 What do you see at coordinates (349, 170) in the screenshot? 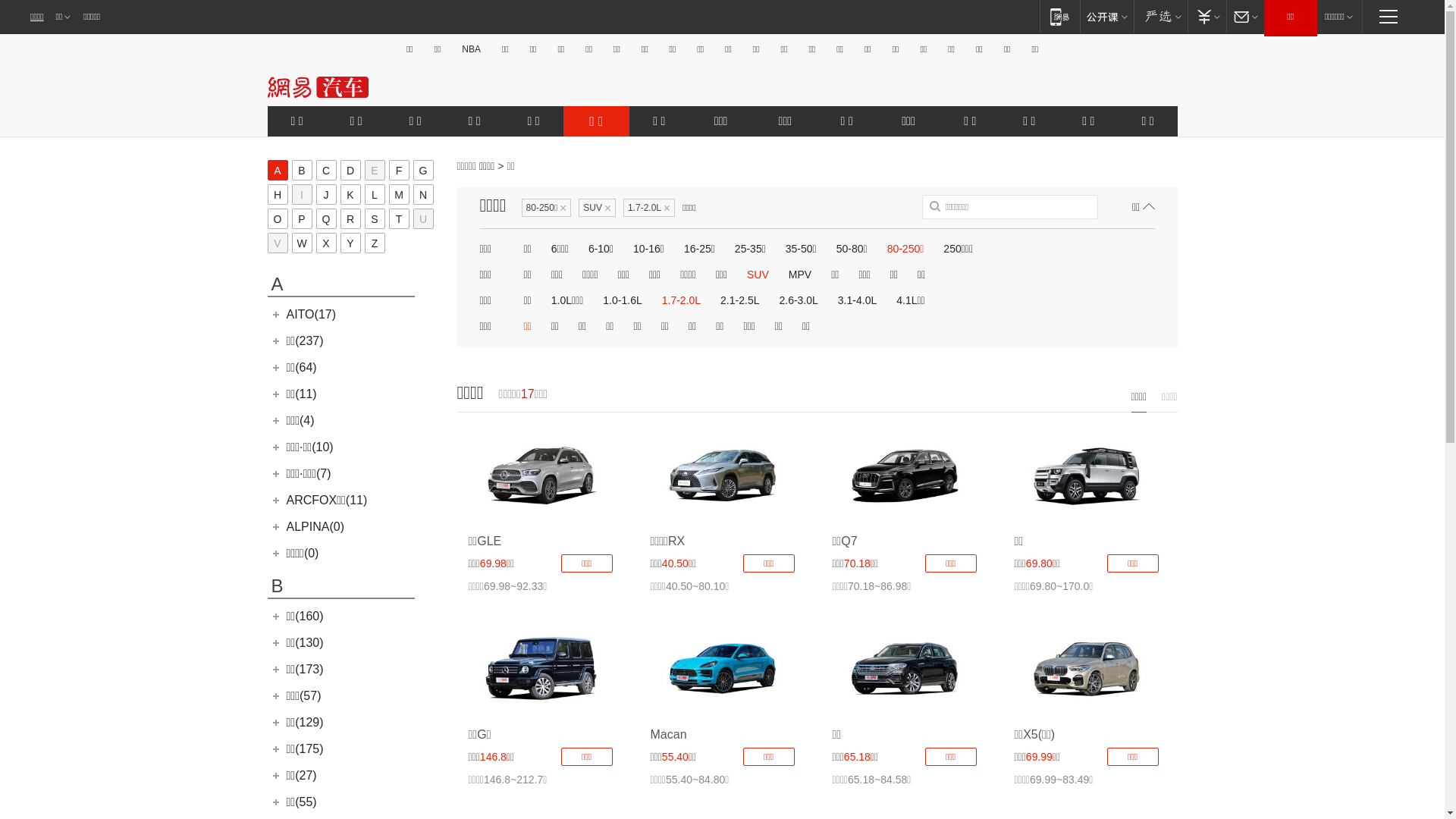
I see `'D'` at bounding box center [349, 170].